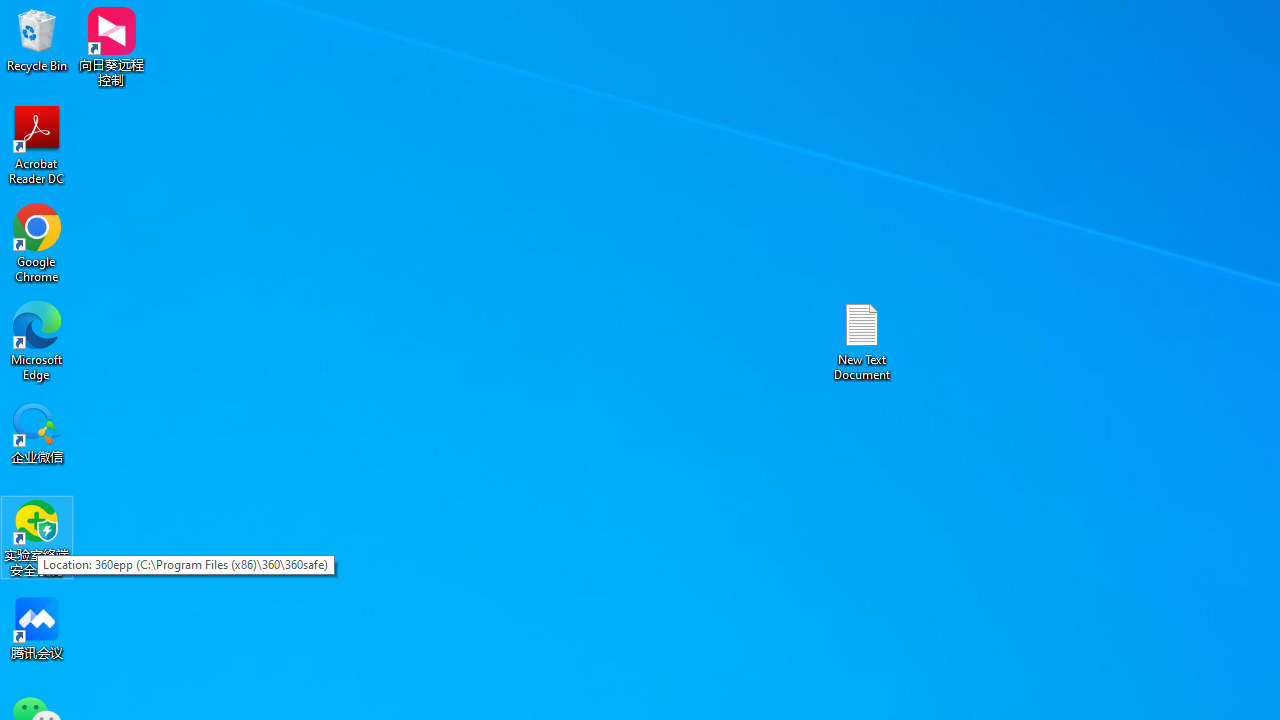 Image resolution: width=1280 pixels, height=720 pixels. I want to click on 'Acrobat Reader DC', so click(37, 144).